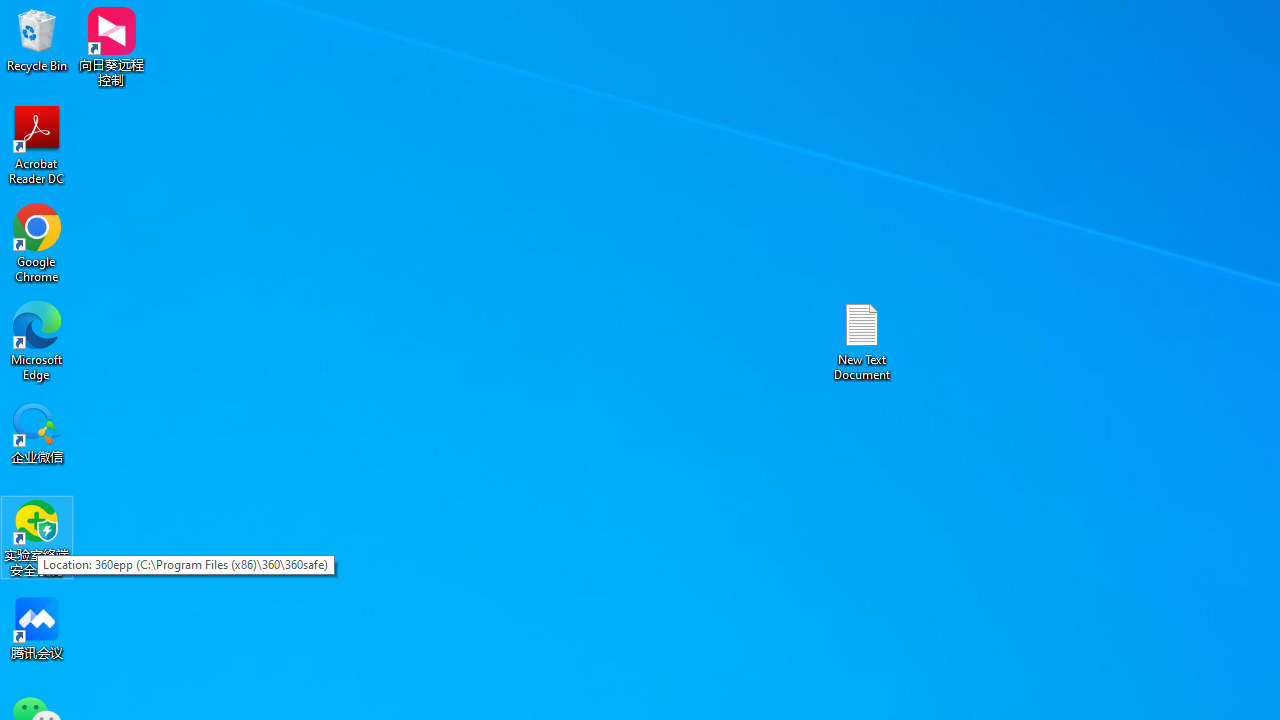 Image resolution: width=1280 pixels, height=720 pixels. I want to click on 'Acrobat Reader DC', so click(37, 144).